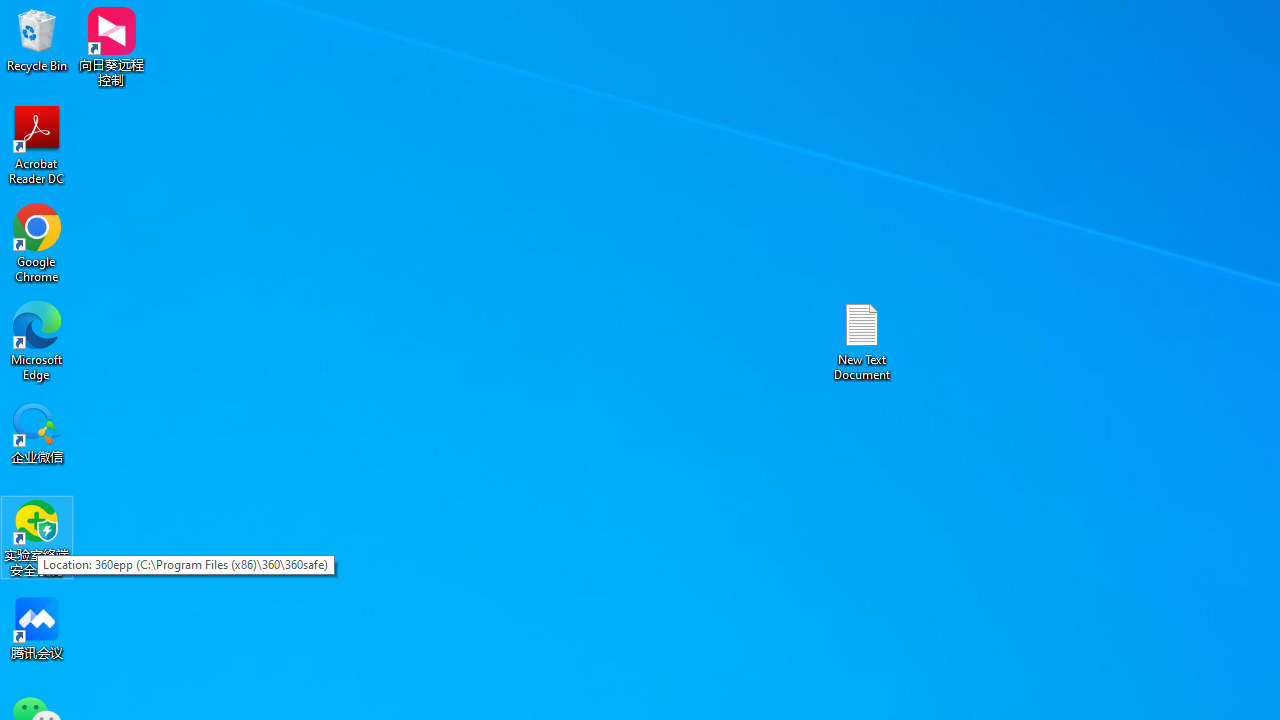 Image resolution: width=1280 pixels, height=720 pixels. I want to click on 'Acrobat Reader DC', so click(37, 144).